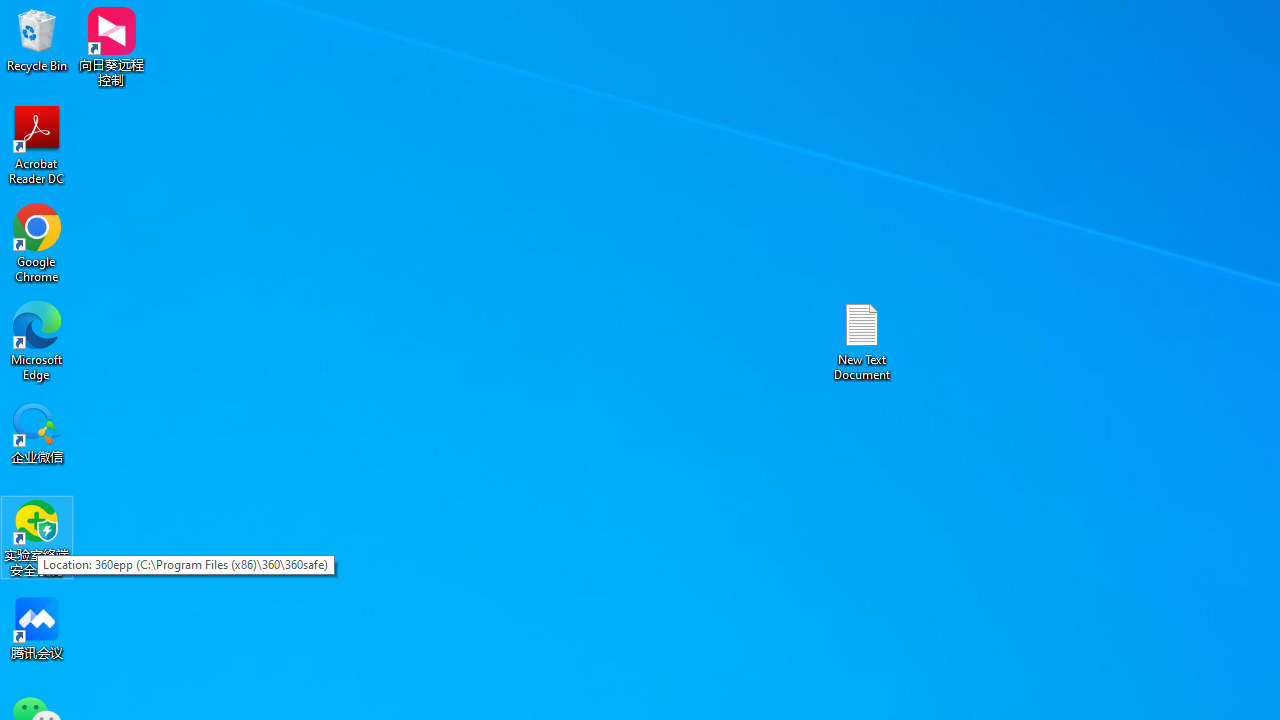 Image resolution: width=1280 pixels, height=720 pixels. I want to click on 'Acrobat Reader DC', so click(37, 144).